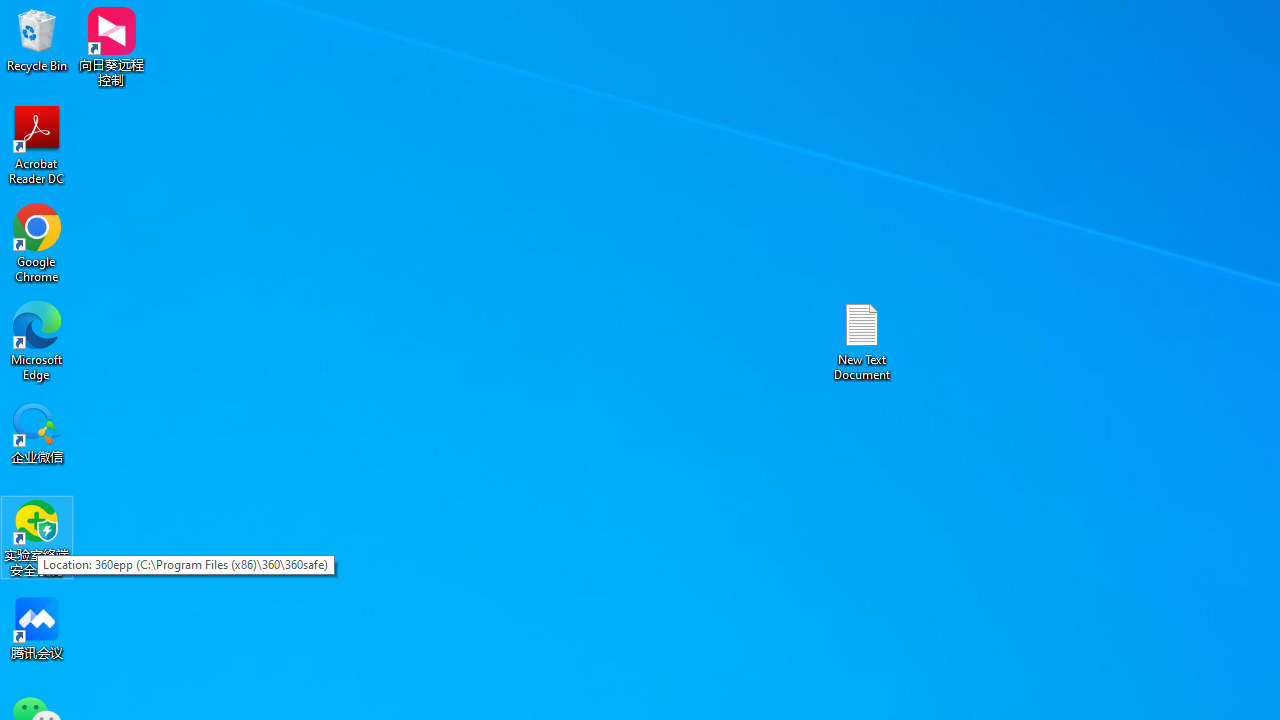 Image resolution: width=1280 pixels, height=720 pixels. I want to click on 'Acrobat Reader DC', so click(37, 144).